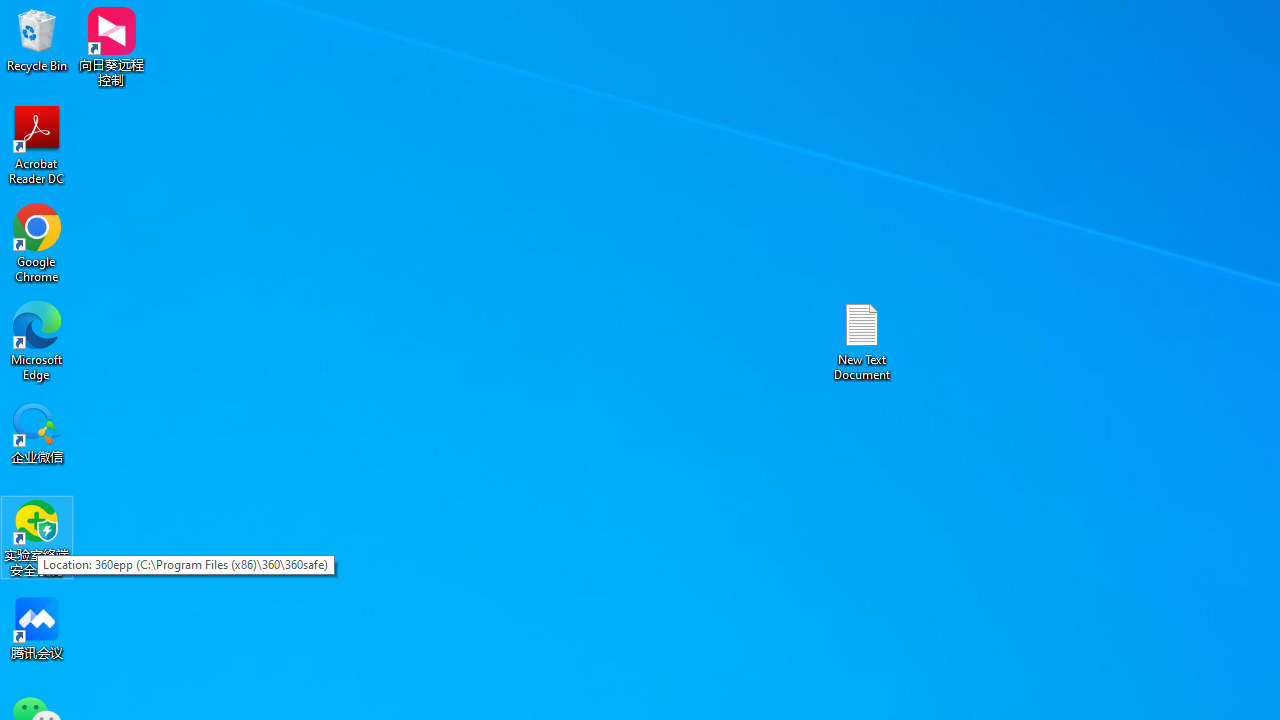 Image resolution: width=1280 pixels, height=720 pixels. I want to click on 'Acrobat Reader DC', so click(37, 144).